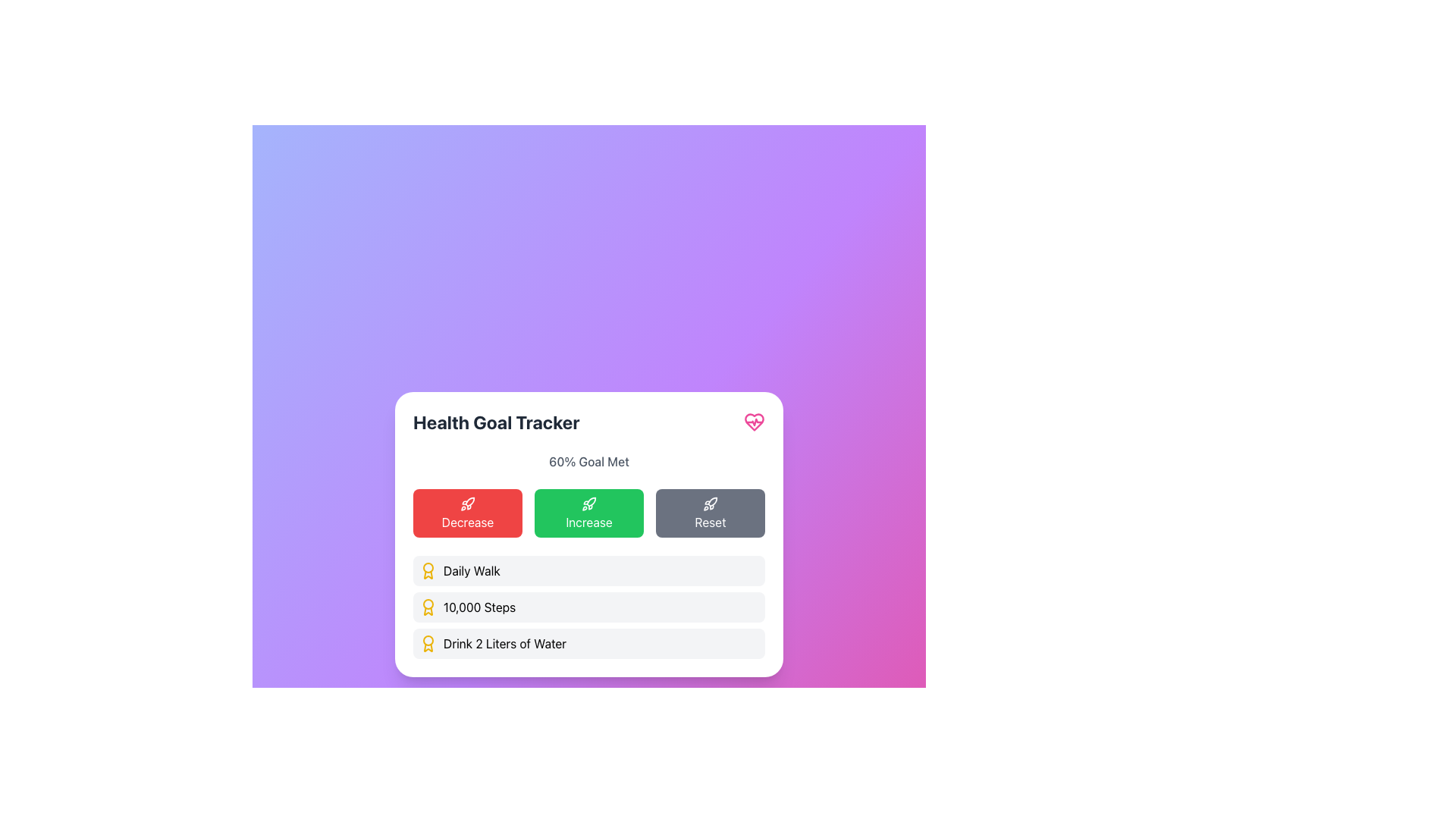  Describe the element at coordinates (467, 504) in the screenshot. I see `the rocket icon embedded within the red 'Decrease' button located at the leftmost position of the action buttons, which is below the text '60% Goal Met'` at that location.